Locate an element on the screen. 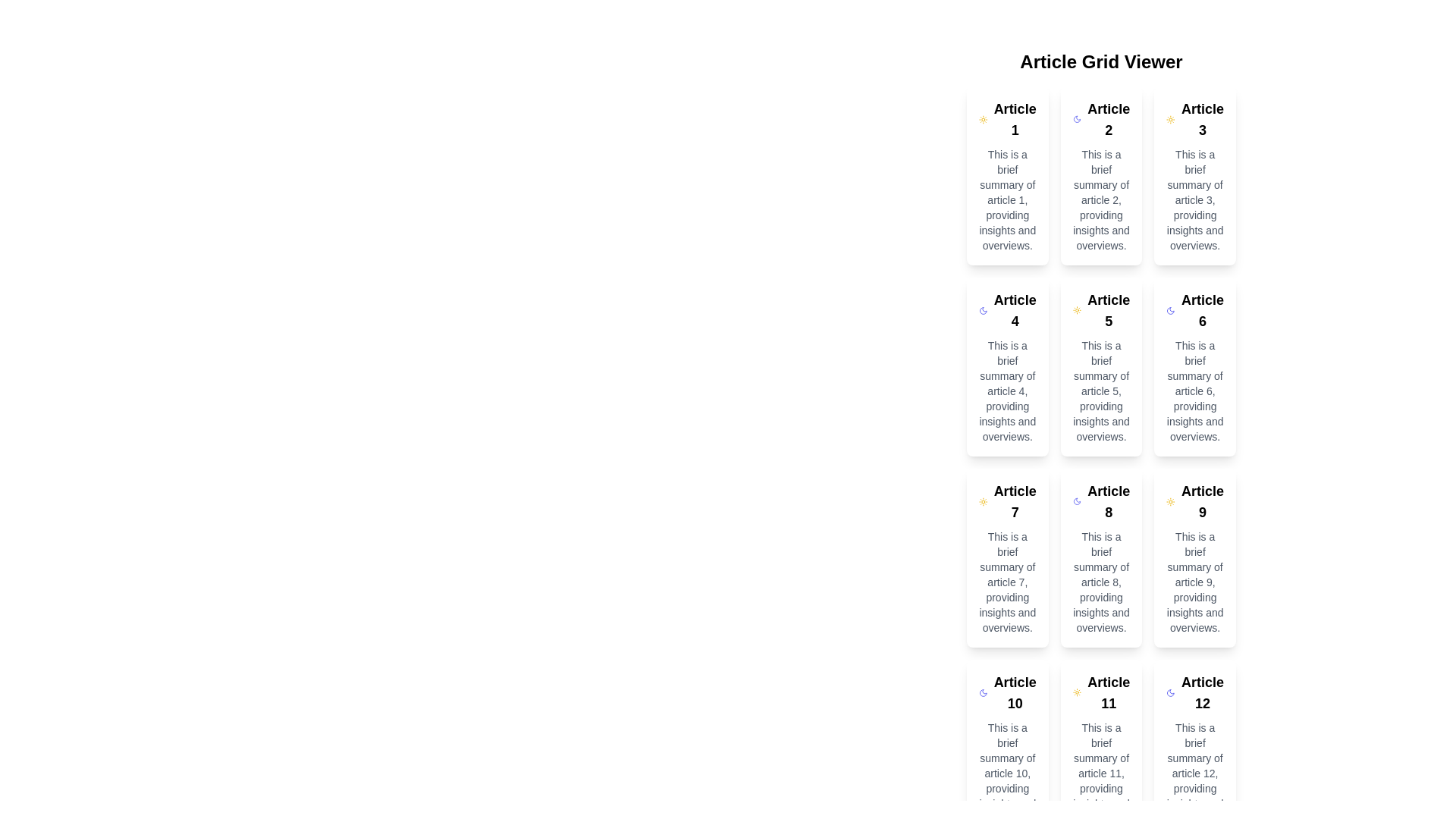 This screenshot has height=819, width=1456. the text label displaying 'This is a brief summary of article 5, providing insights and overviews', which is styled with a smaller, gray font and located in the card for 'Article 5' is located at coordinates (1101, 391).